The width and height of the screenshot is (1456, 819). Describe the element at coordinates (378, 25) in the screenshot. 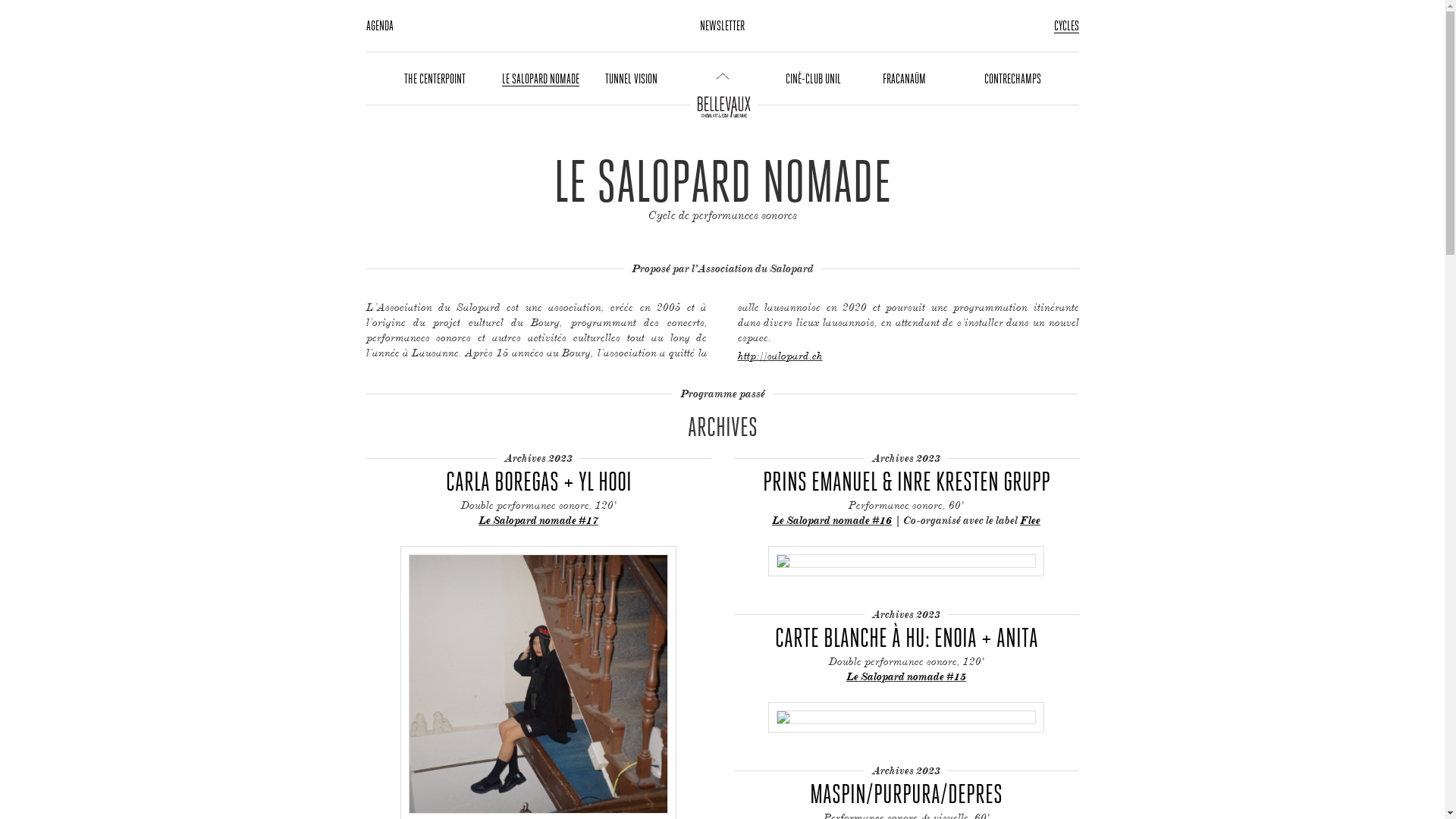

I see `'AGENDA'` at that location.